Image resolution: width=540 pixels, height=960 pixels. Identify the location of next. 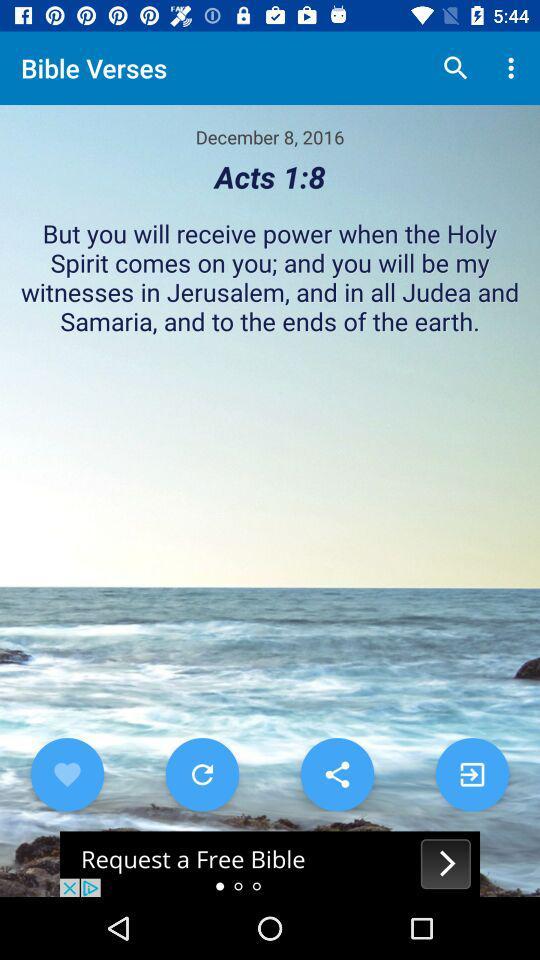
(472, 773).